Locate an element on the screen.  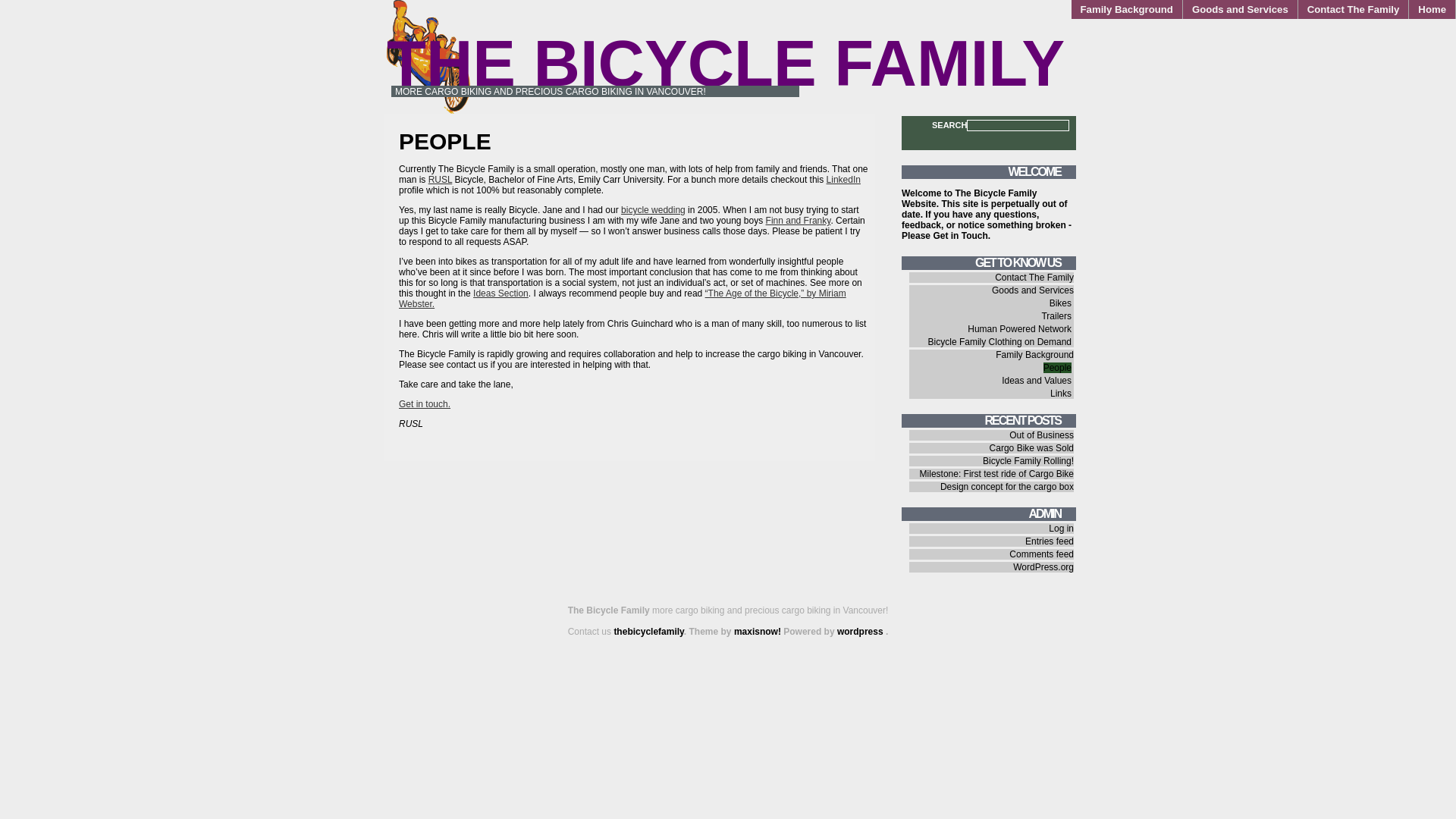
'Family Background' is located at coordinates (1034, 354).